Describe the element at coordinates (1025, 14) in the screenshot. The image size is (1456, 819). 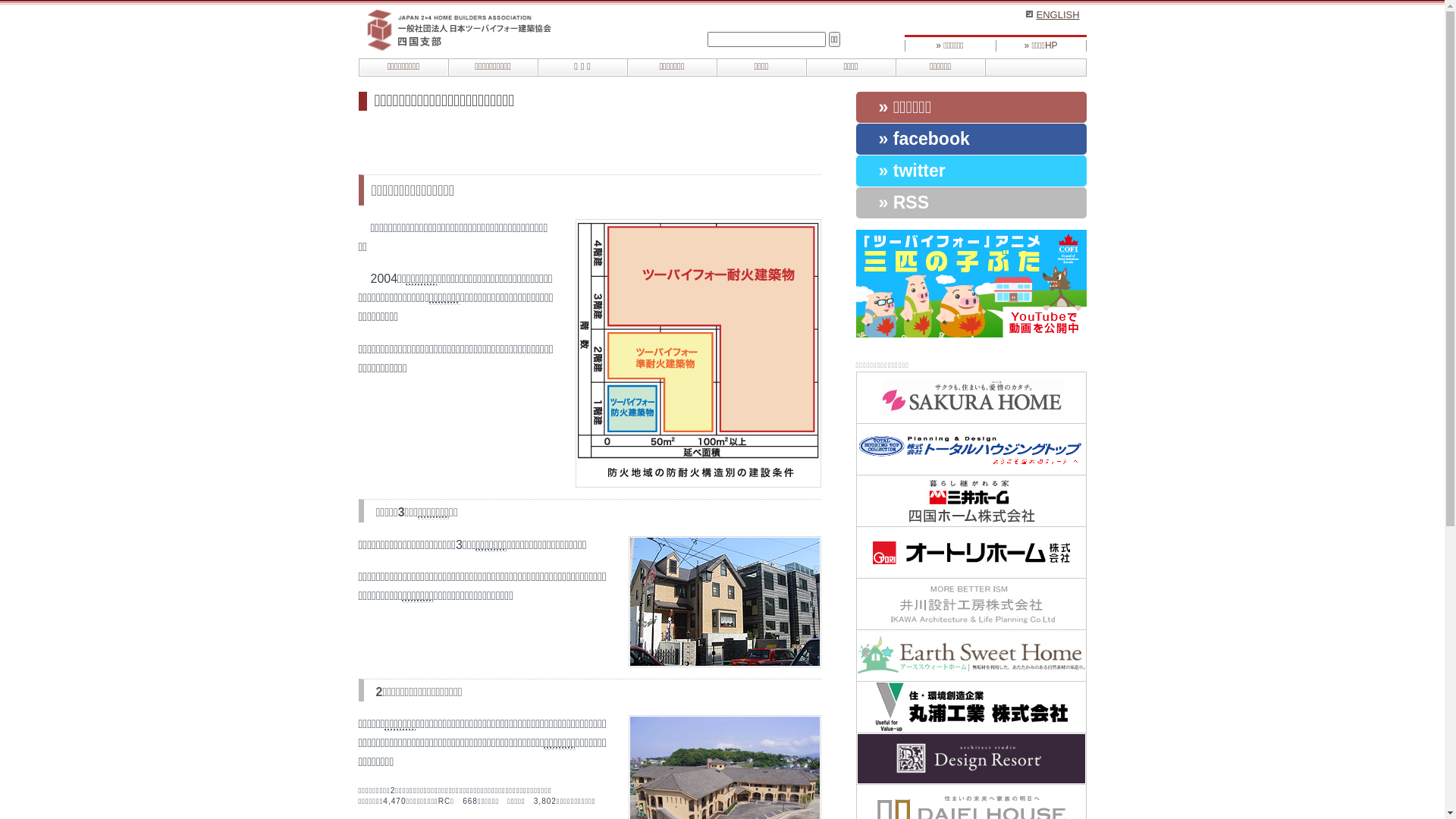
I see `'ENGLISH'` at that location.